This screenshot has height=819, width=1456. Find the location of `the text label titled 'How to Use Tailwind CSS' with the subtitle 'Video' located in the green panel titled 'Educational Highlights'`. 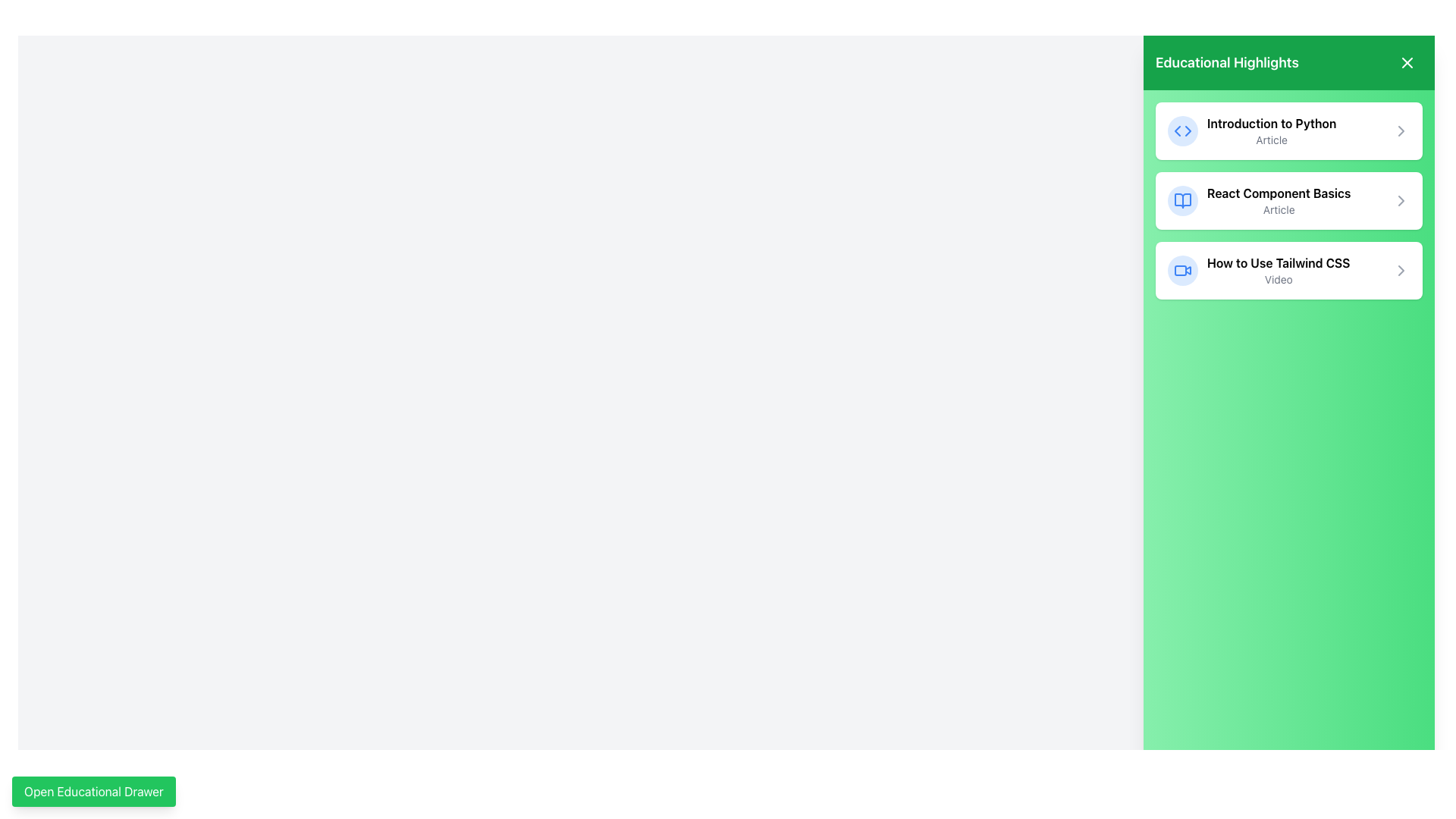

the text label titled 'How to Use Tailwind CSS' with the subtitle 'Video' located in the green panel titled 'Educational Highlights' is located at coordinates (1278, 270).